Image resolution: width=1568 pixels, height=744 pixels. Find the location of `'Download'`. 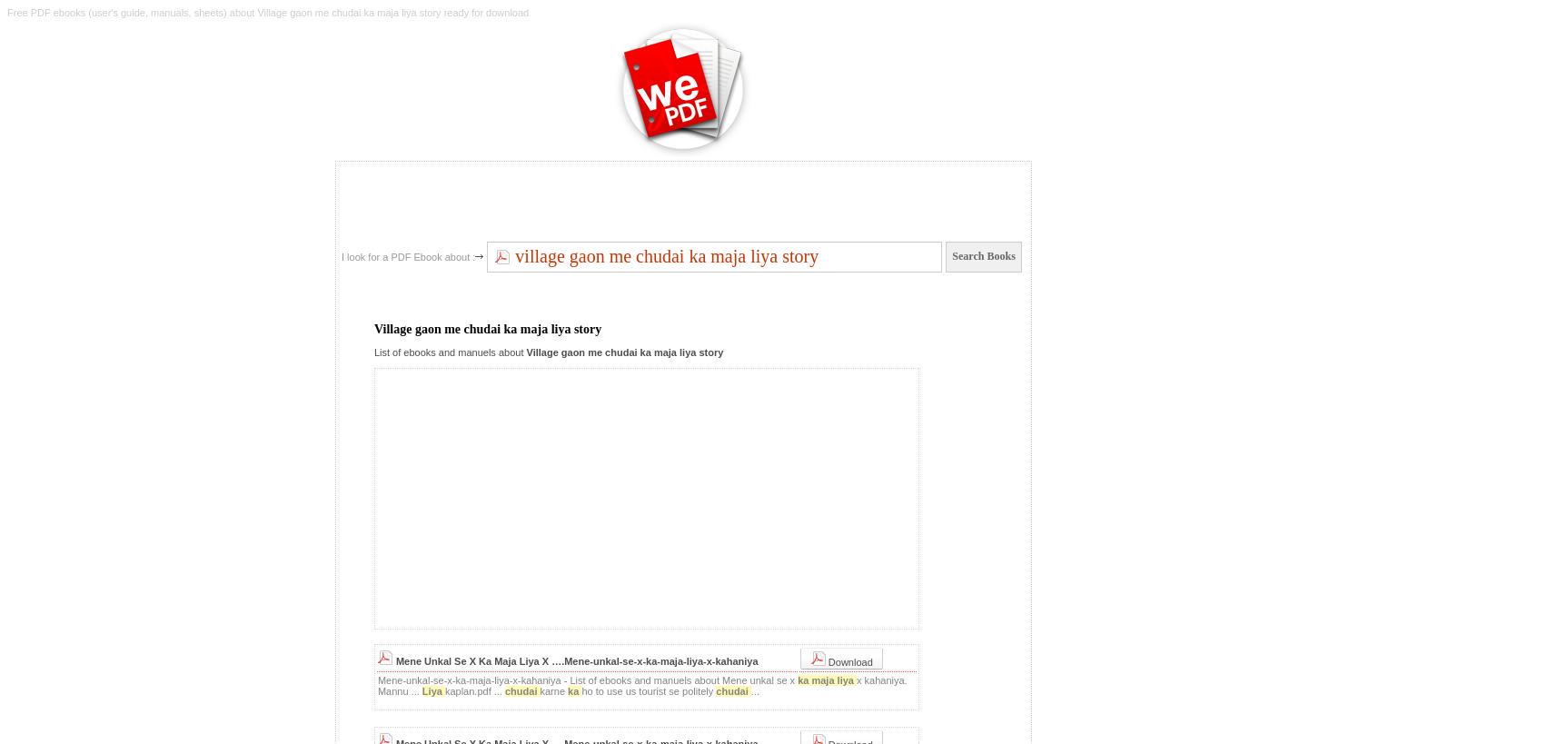

'Download' is located at coordinates (848, 660).